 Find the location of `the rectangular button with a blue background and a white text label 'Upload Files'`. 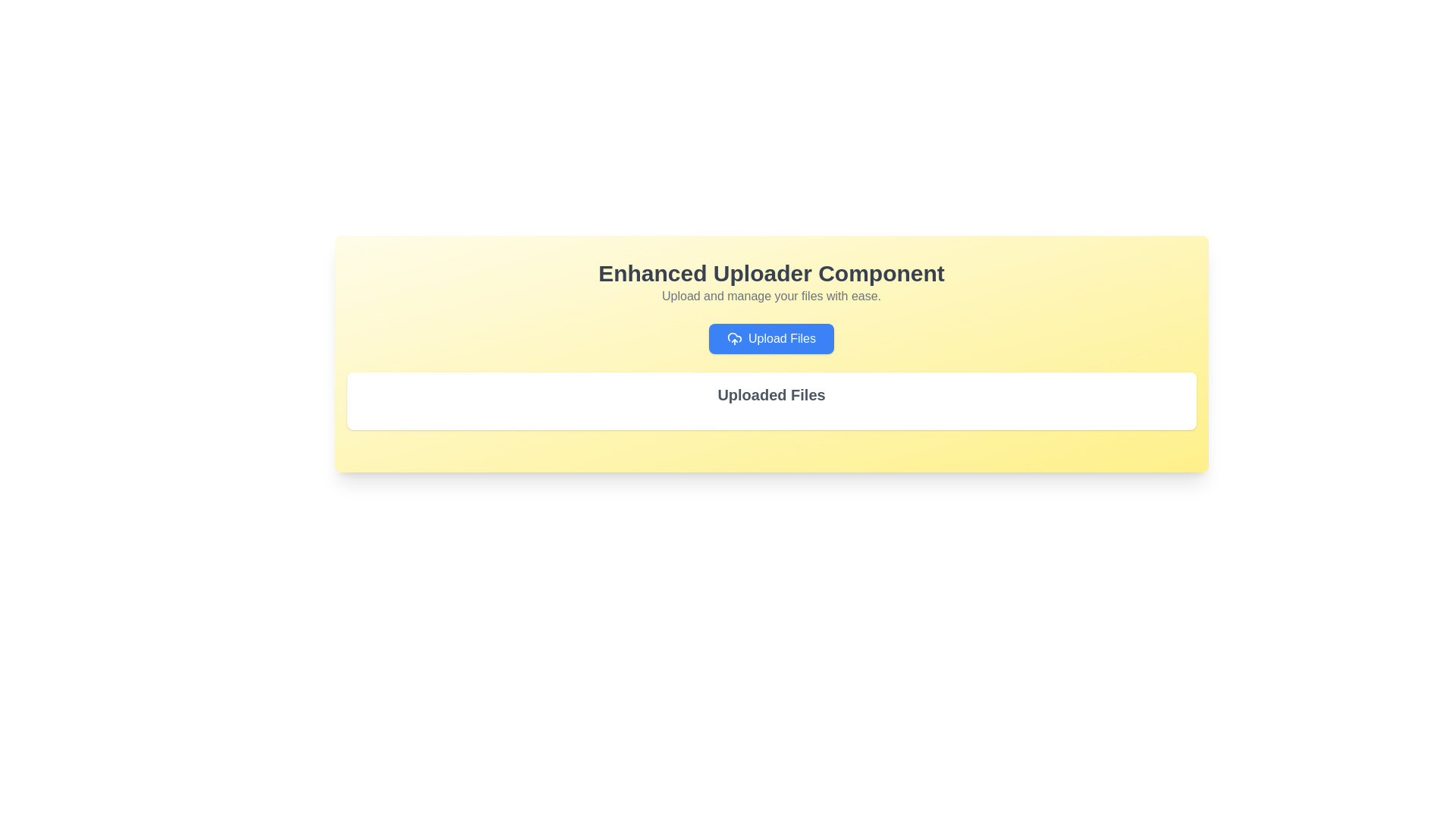

the rectangular button with a blue background and a white text label 'Upload Files' is located at coordinates (771, 338).